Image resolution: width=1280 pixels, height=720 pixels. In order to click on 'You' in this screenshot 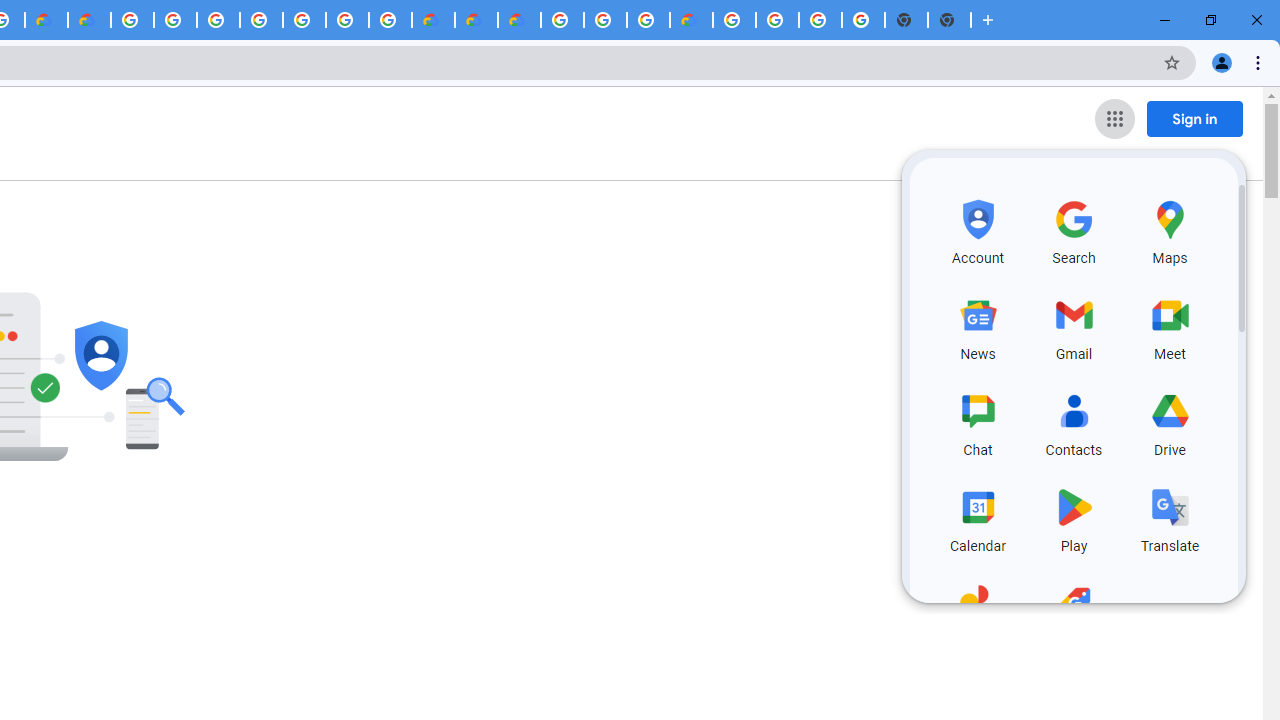, I will do `click(1220, 61)`.